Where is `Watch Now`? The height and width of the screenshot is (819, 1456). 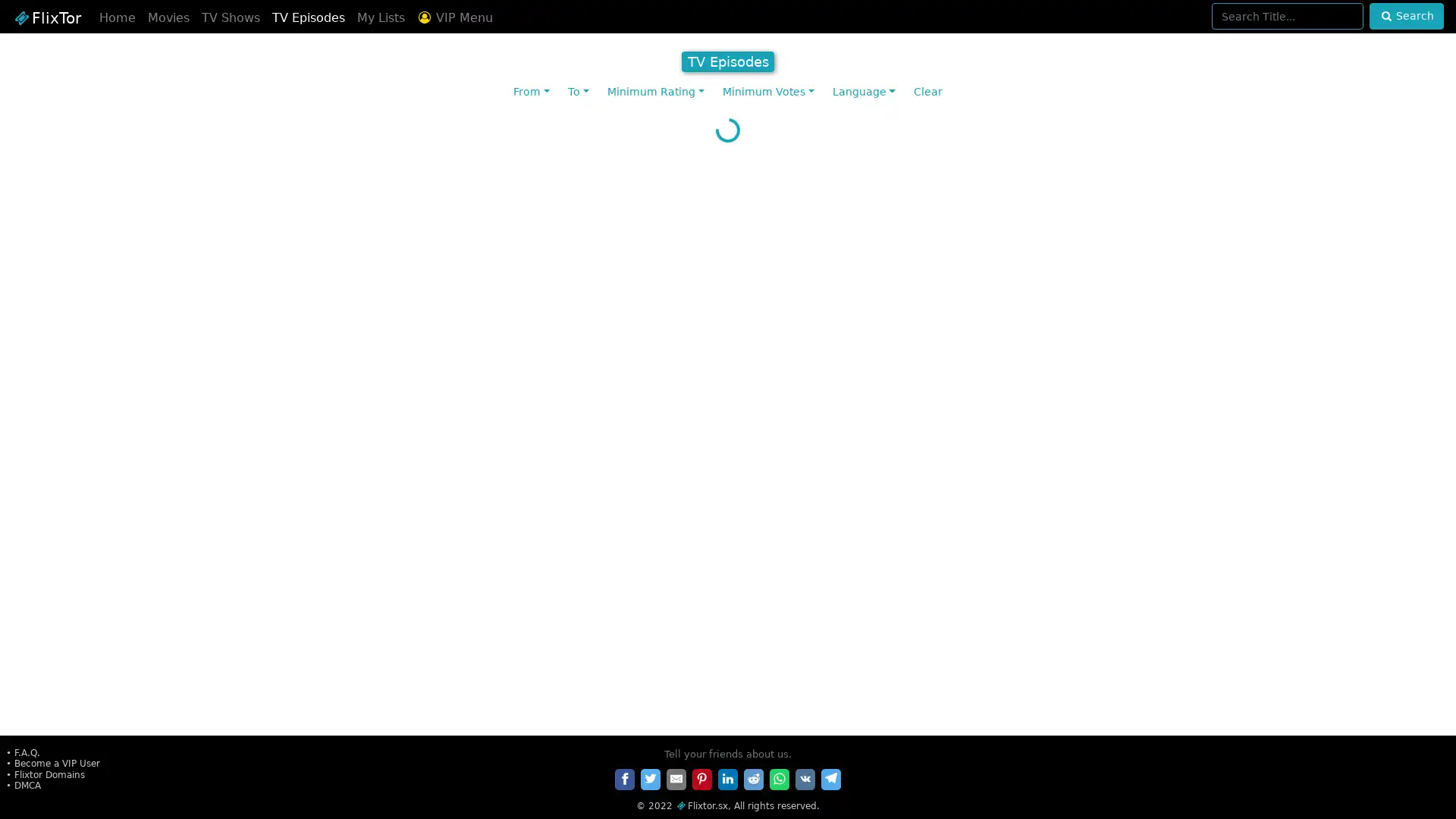
Watch Now is located at coordinates (294, 332).